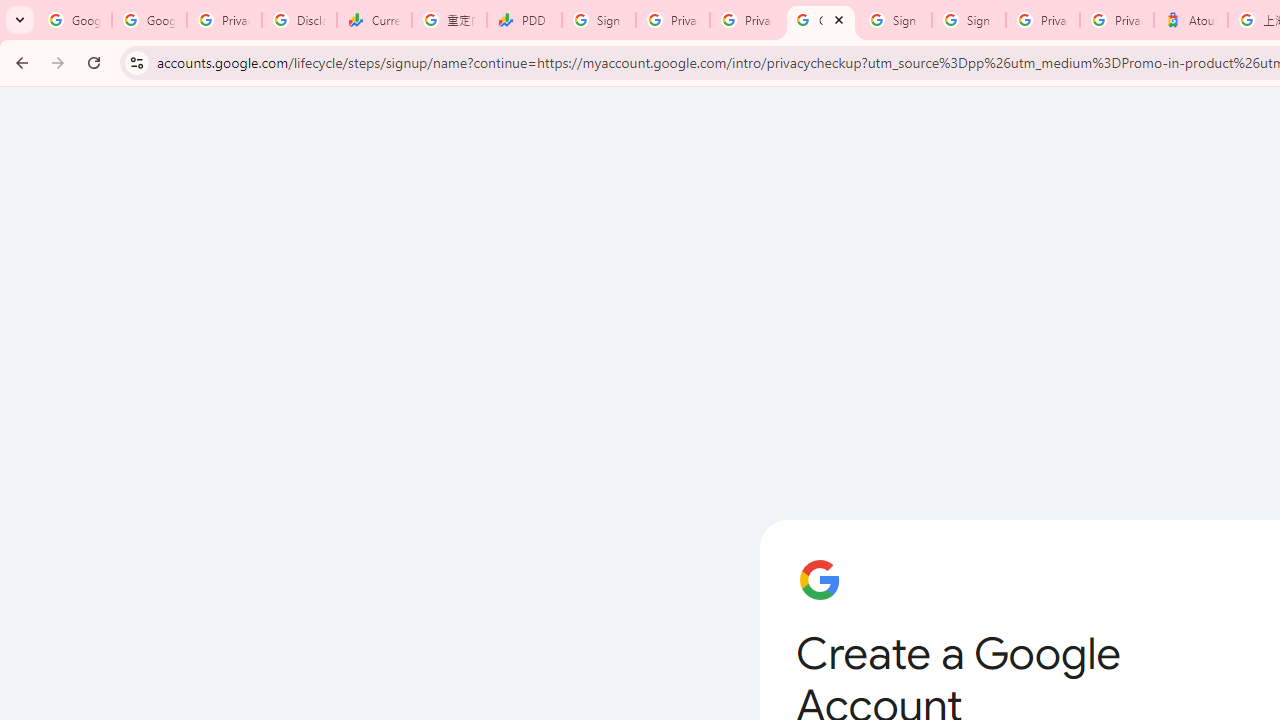  I want to click on 'Reload', so click(93, 61).